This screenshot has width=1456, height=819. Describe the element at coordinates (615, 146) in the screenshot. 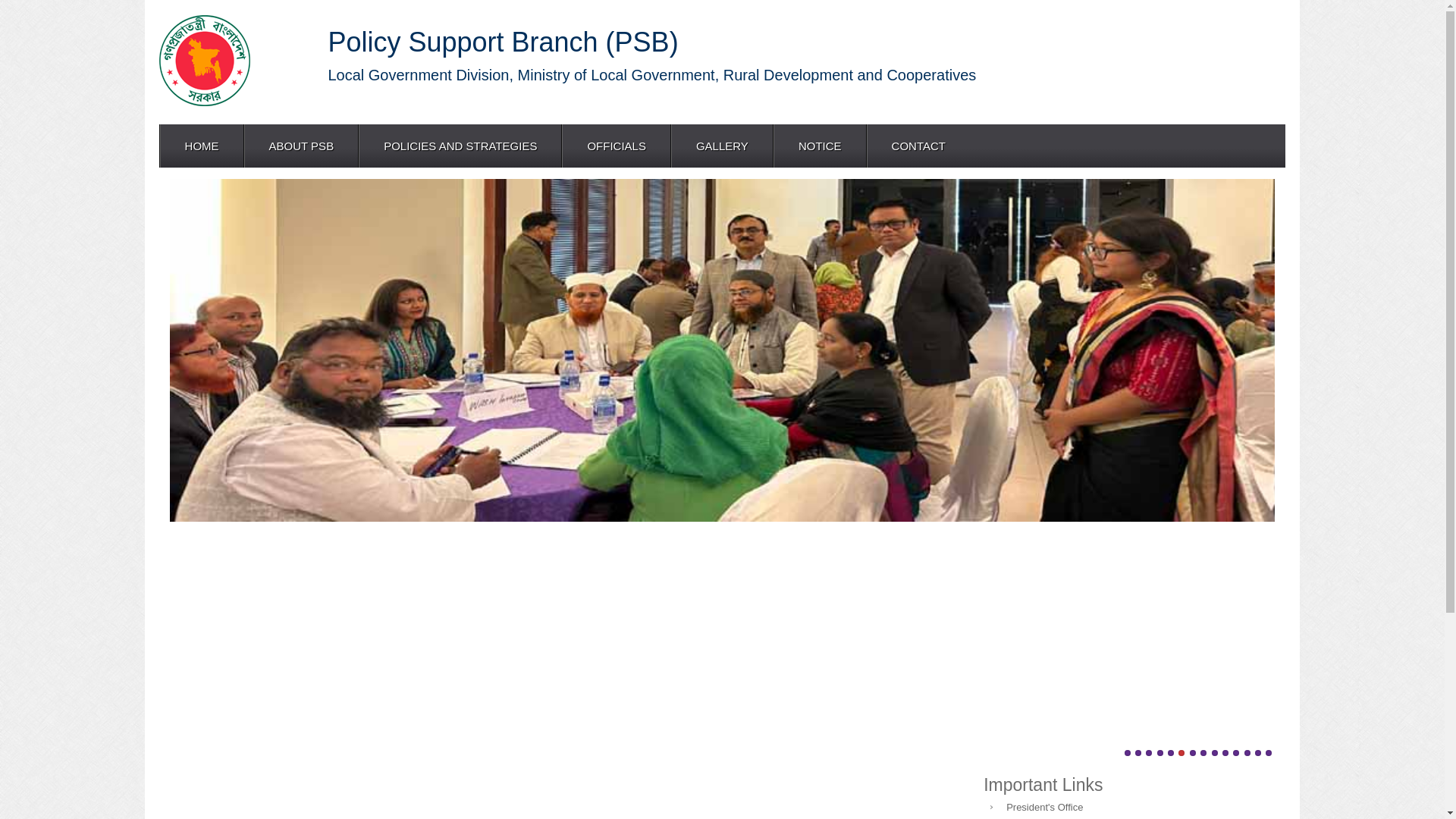

I see `'OFFICIALS'` at that location.